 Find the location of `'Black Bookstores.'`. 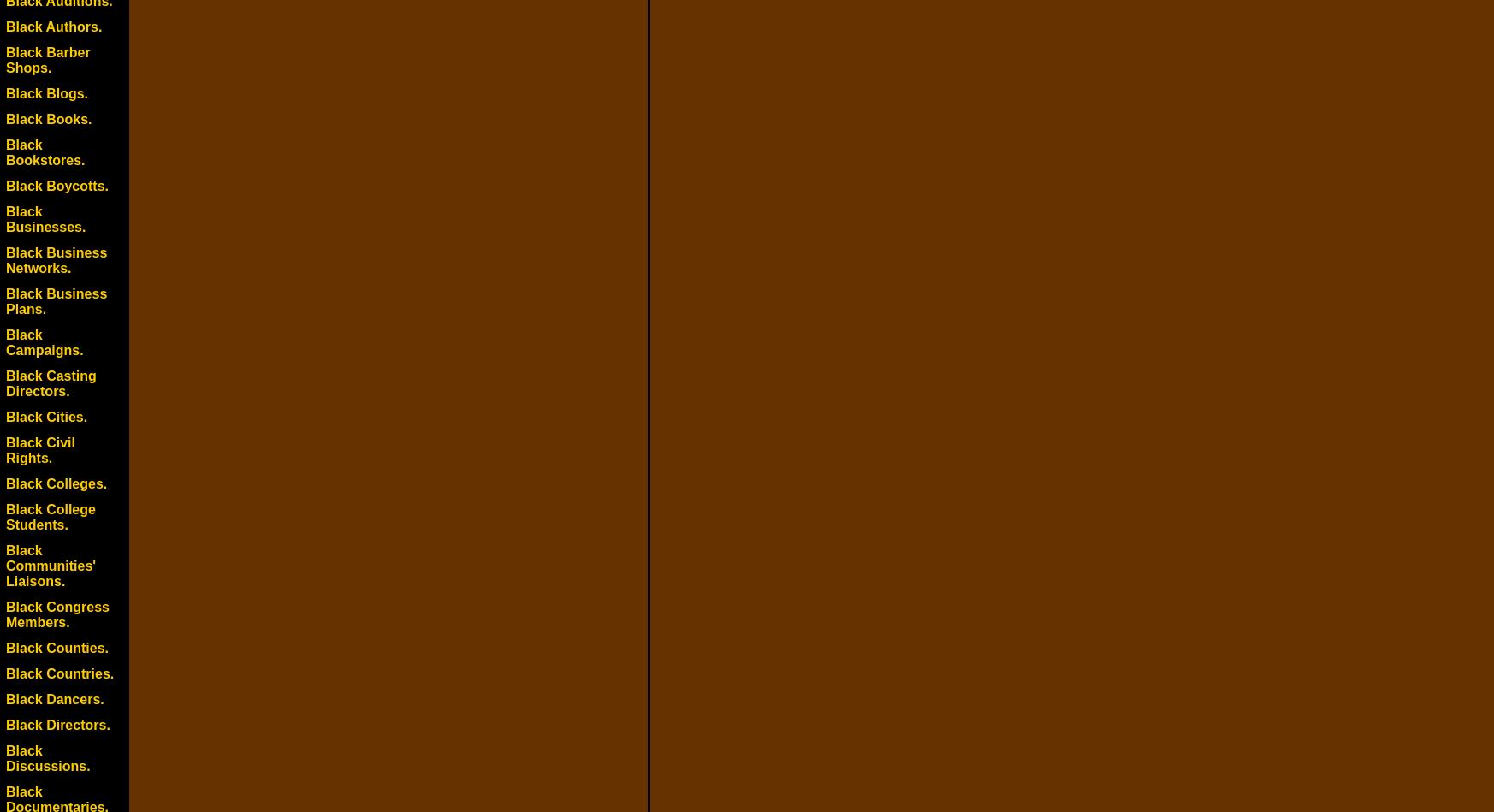

'Black Bookstores.' is located at coordinates (45, 151).